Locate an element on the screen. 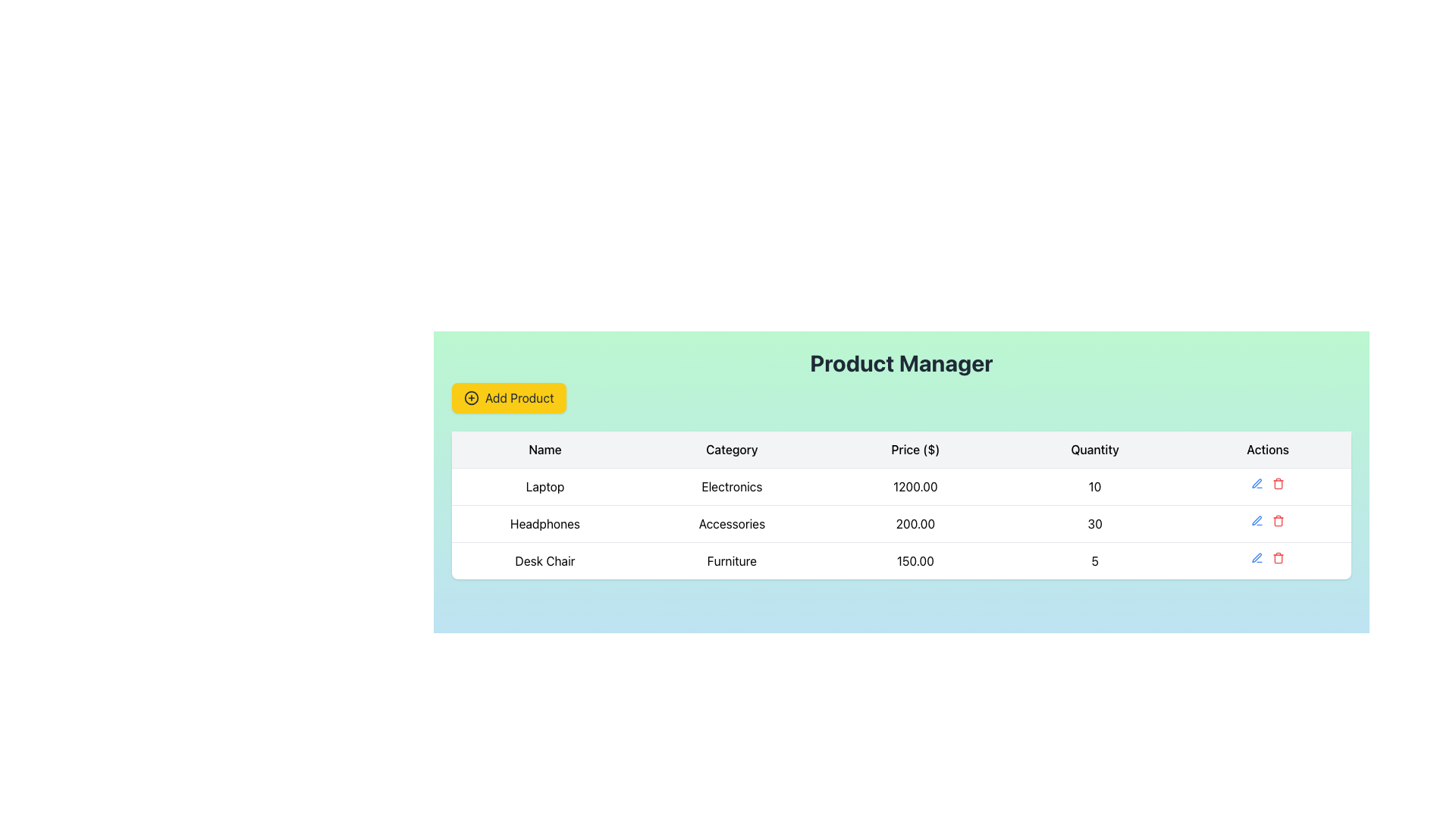  the numeric value '200.00' in the third column of the second row, which is aligned with the 'Price ($)' header and corresponds to 'Headphones' and 'Accessories' is located at coordinates (915, 522).